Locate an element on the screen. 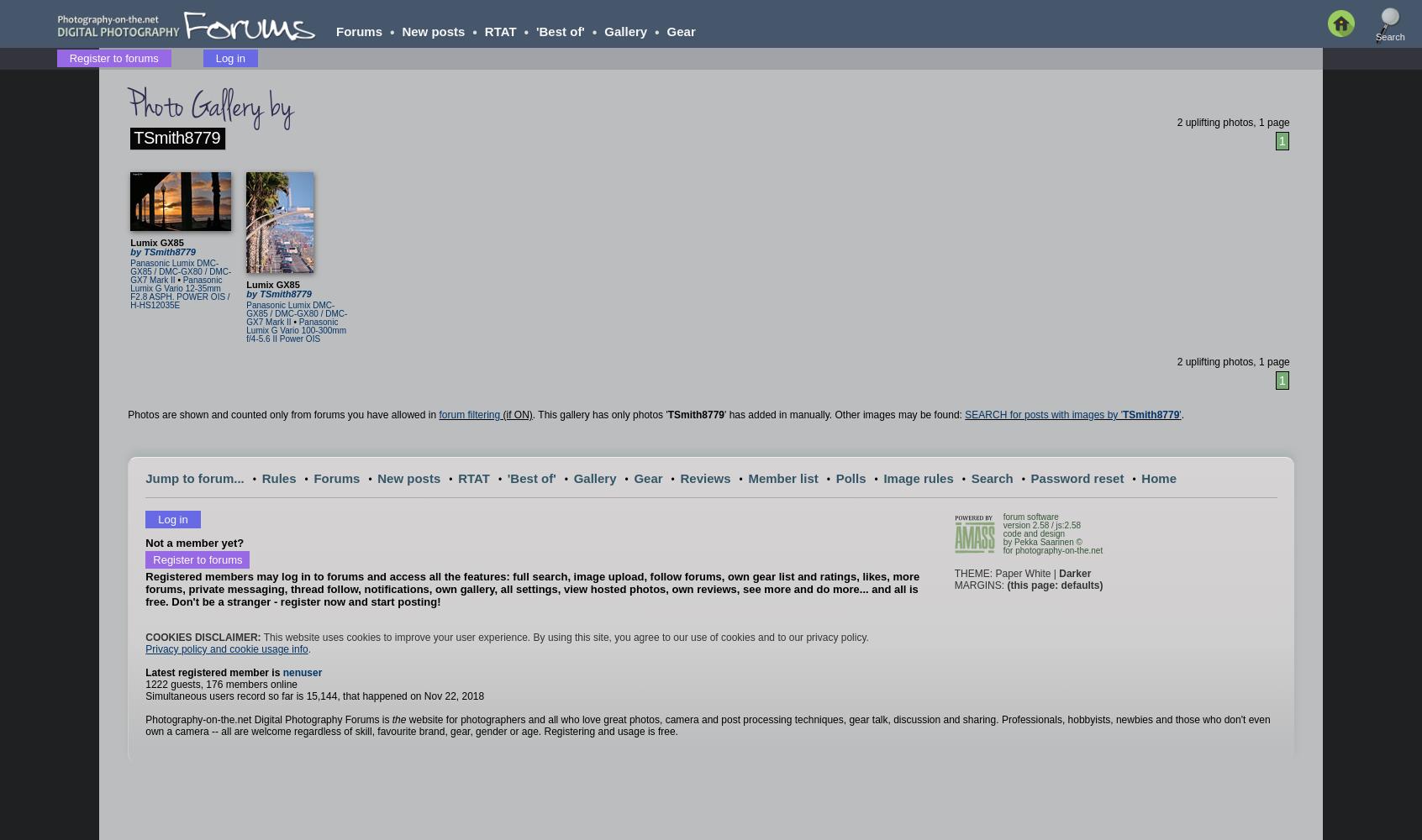 Image resolution: width=1422 pixels, height=840 pixels. 'Panasonic Lumix G Vario 100-300mm f/4-5.6 II Power OIS' is located at coordinates (245, 330).